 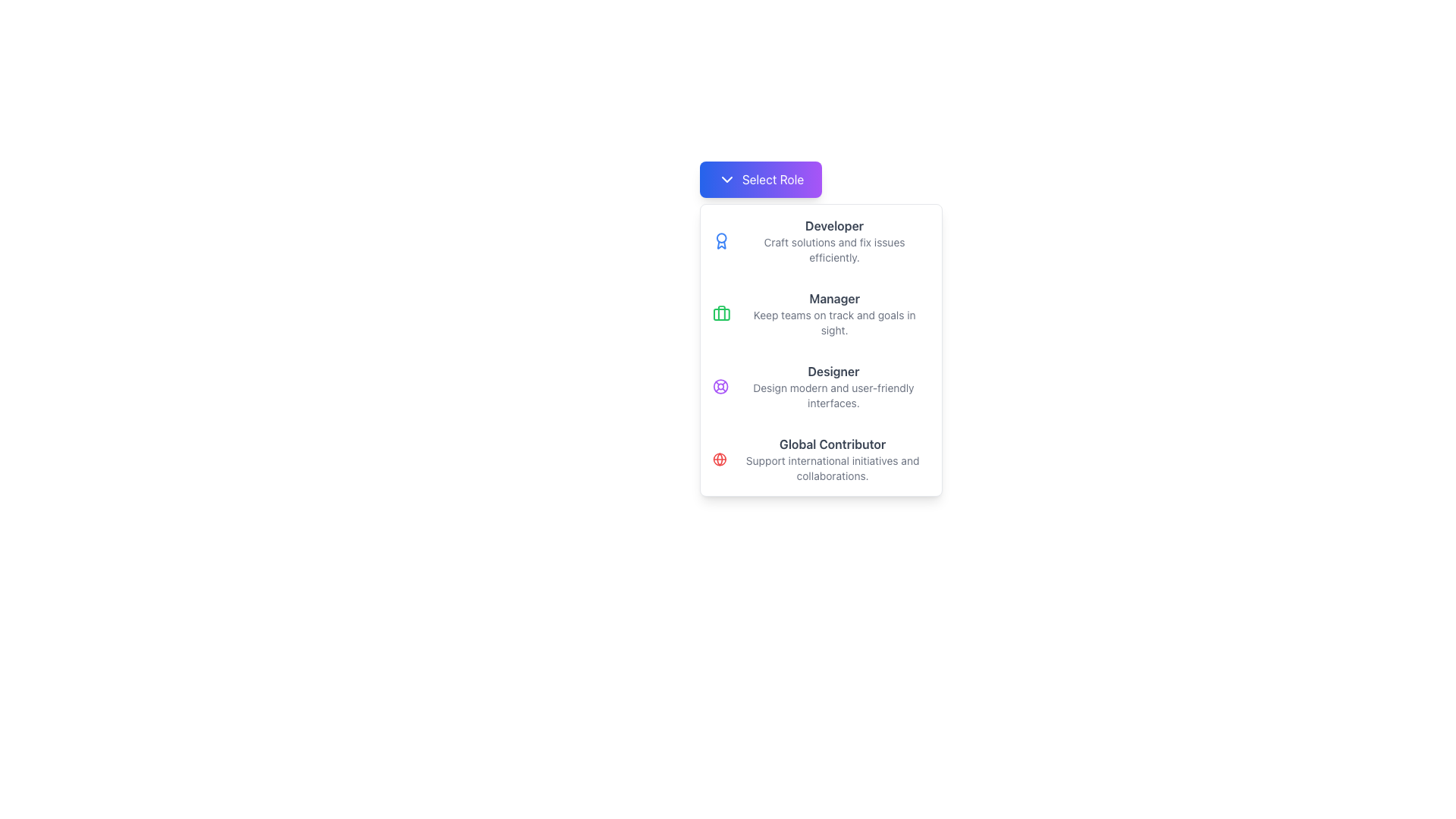 What do you see at coordinates (720, 238) in the screenshot?
I see `the circular SVG icon associated with the 'Developer' list item, which has a blue theme and is positioned to the left of the list text` at bounding box center [720, 238].